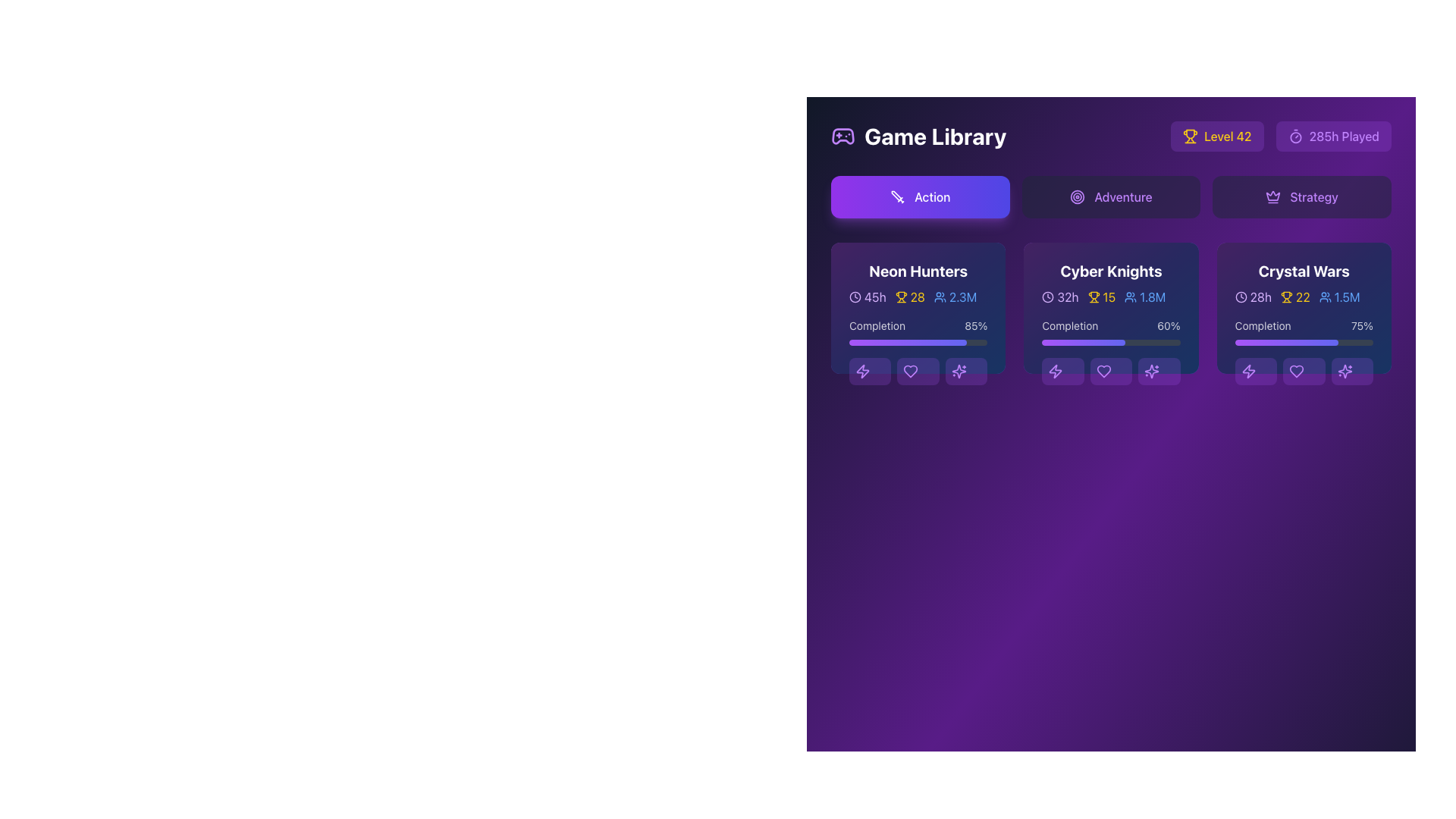  What do you see at coordinates (1131, 297) in the screenshot?
I see `the small blue icon resembling a group of people located in the 'Cyber Knights' card, positioned to the left of the text '1.8M'` at bounding box center [1131, 297].